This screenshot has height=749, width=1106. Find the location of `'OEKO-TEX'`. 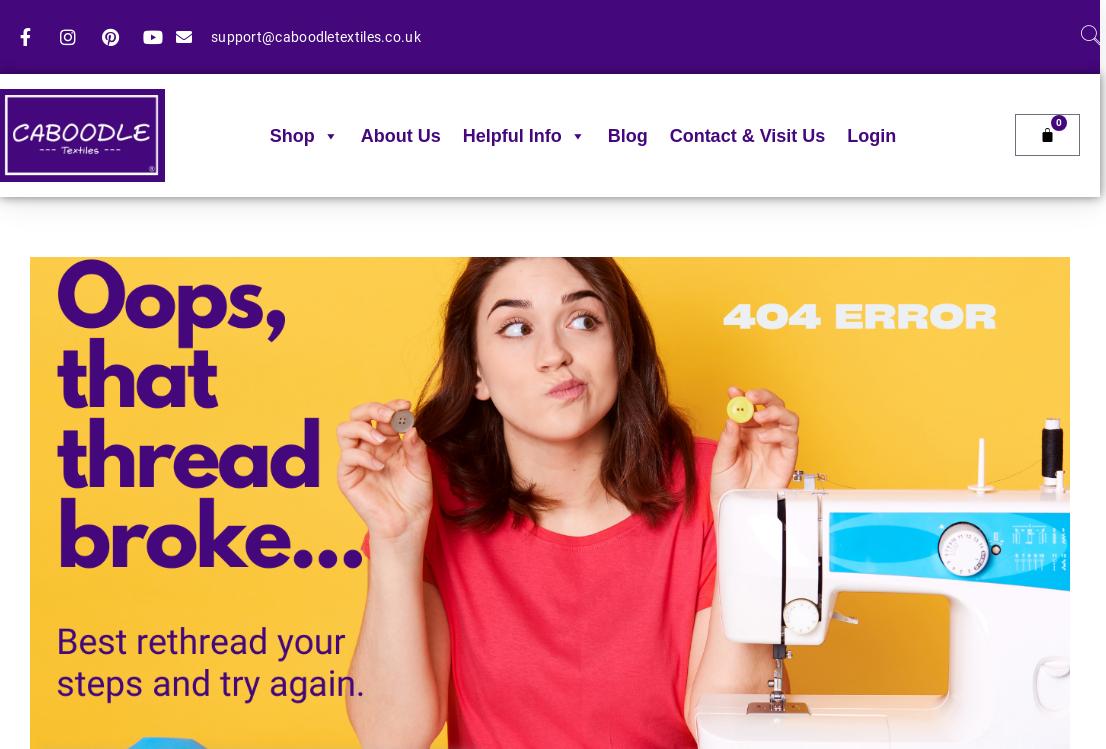

'OEKO-TEX' is located at coordinates (499, 363).